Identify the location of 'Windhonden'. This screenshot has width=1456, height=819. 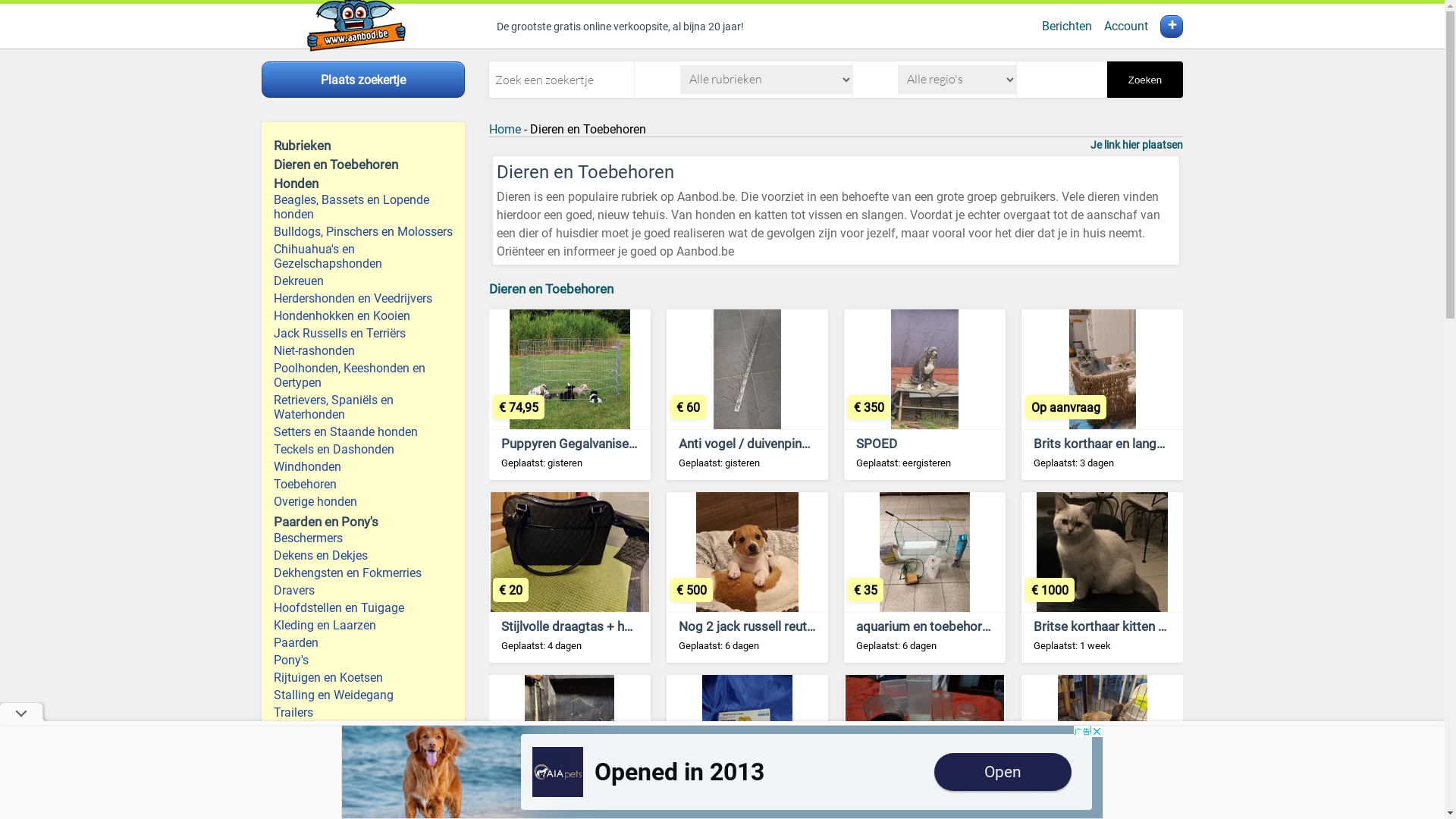
(362, 466).